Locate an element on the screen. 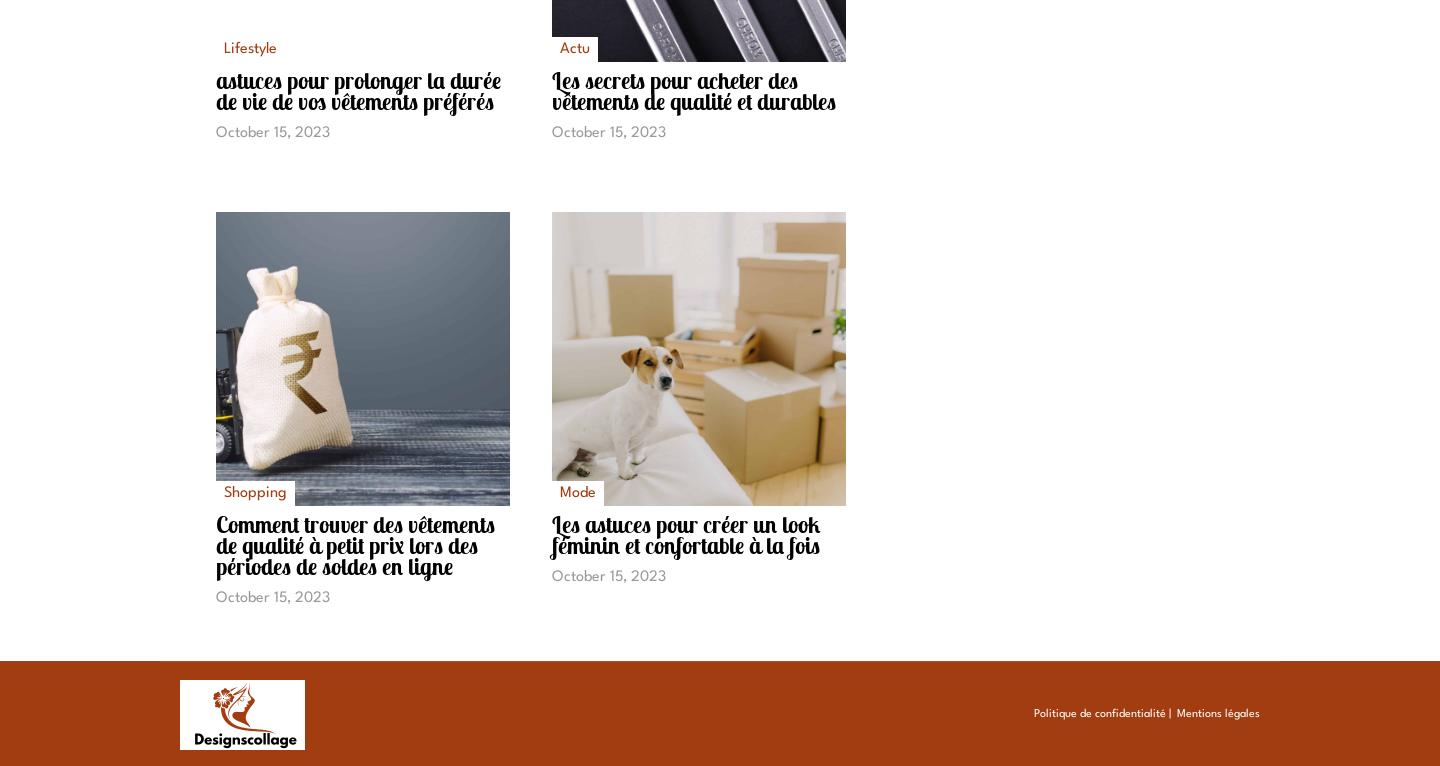  'astuces pour prolonger la durée de vie de vos vêtements préférés' is located at coordinates (358, 90).